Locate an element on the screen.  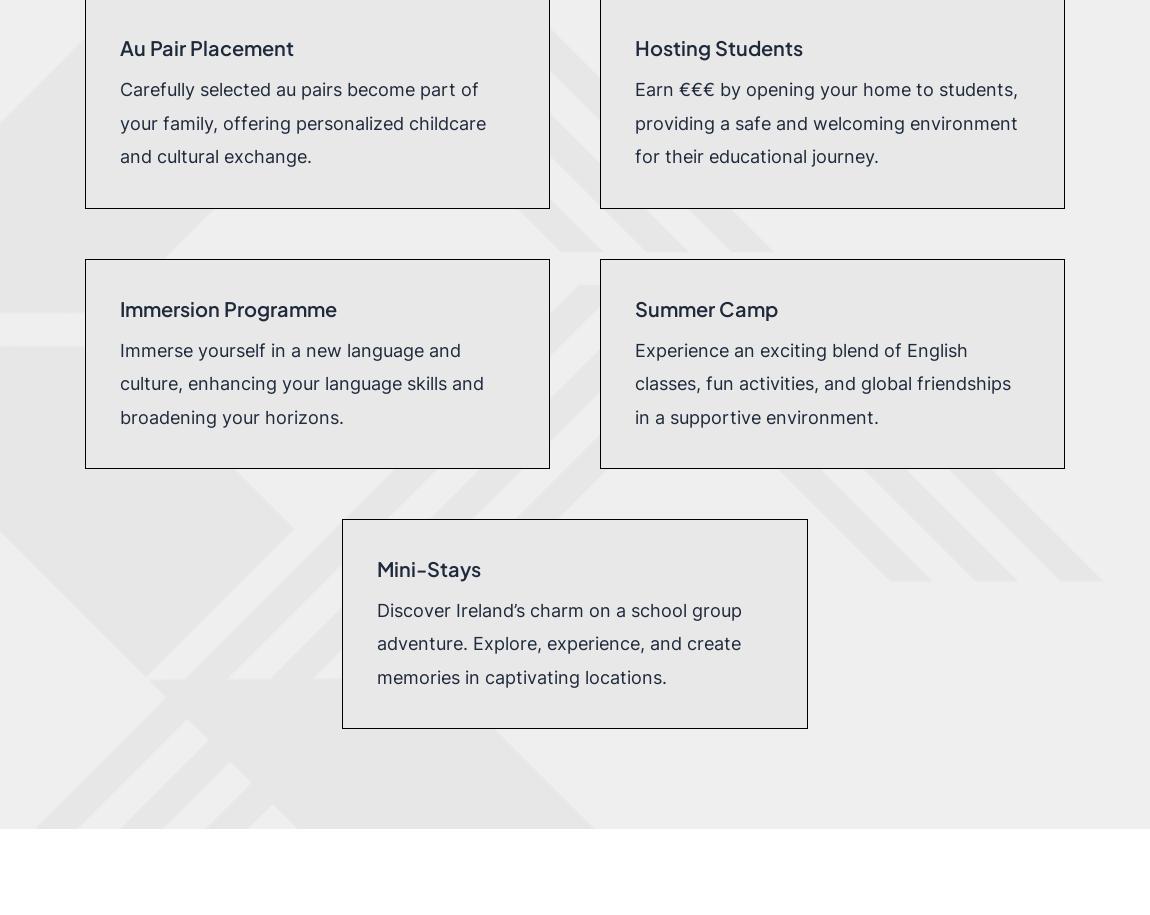
'Au Pair Placement' is located at coordinates (204, 47).